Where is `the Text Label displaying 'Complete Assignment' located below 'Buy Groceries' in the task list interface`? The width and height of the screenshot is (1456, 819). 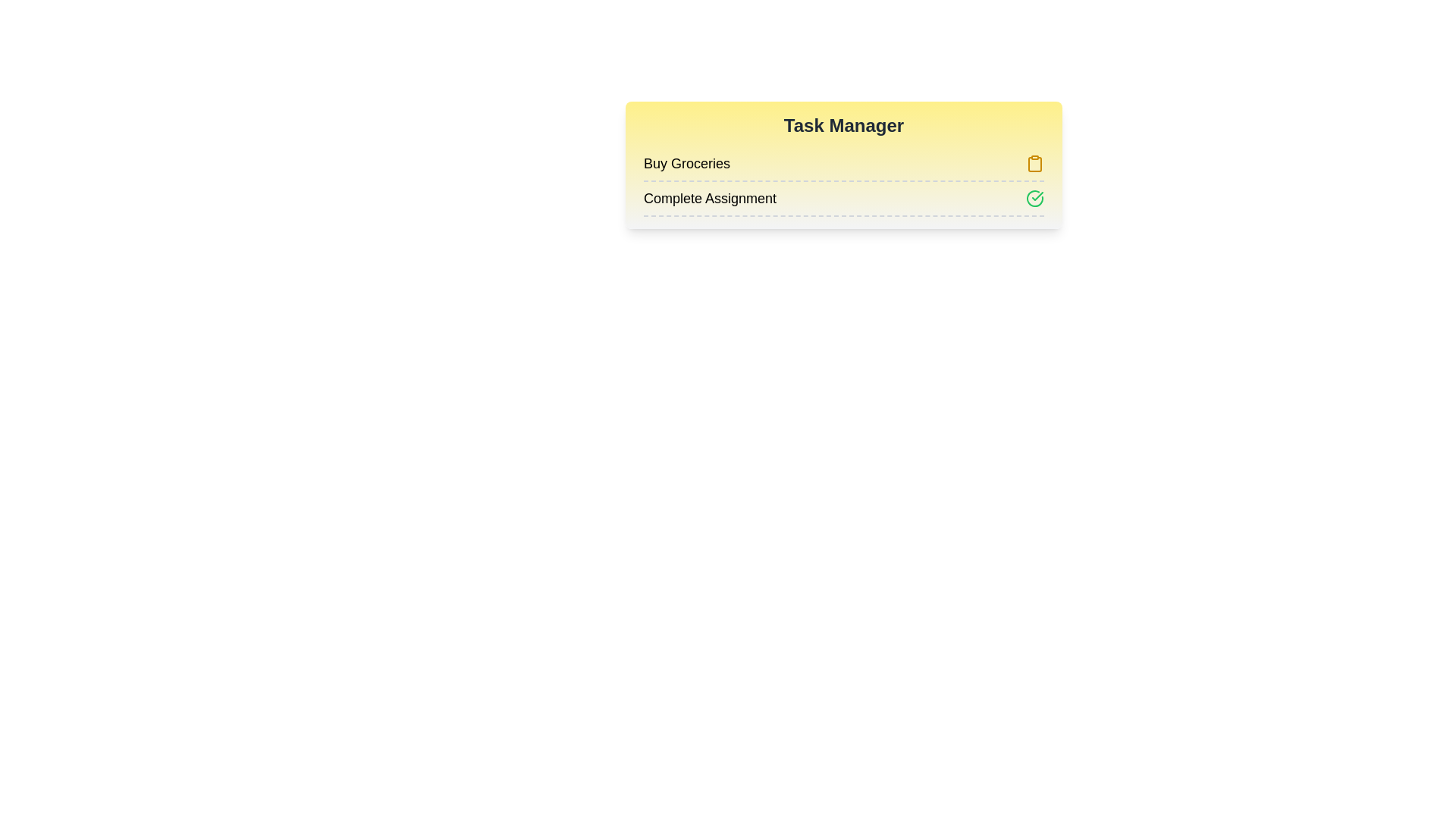
the Text Label displaying 'Complete Assignment' located below 'Buy Groceries' in the task list interface is located at coordinates (709, 198).